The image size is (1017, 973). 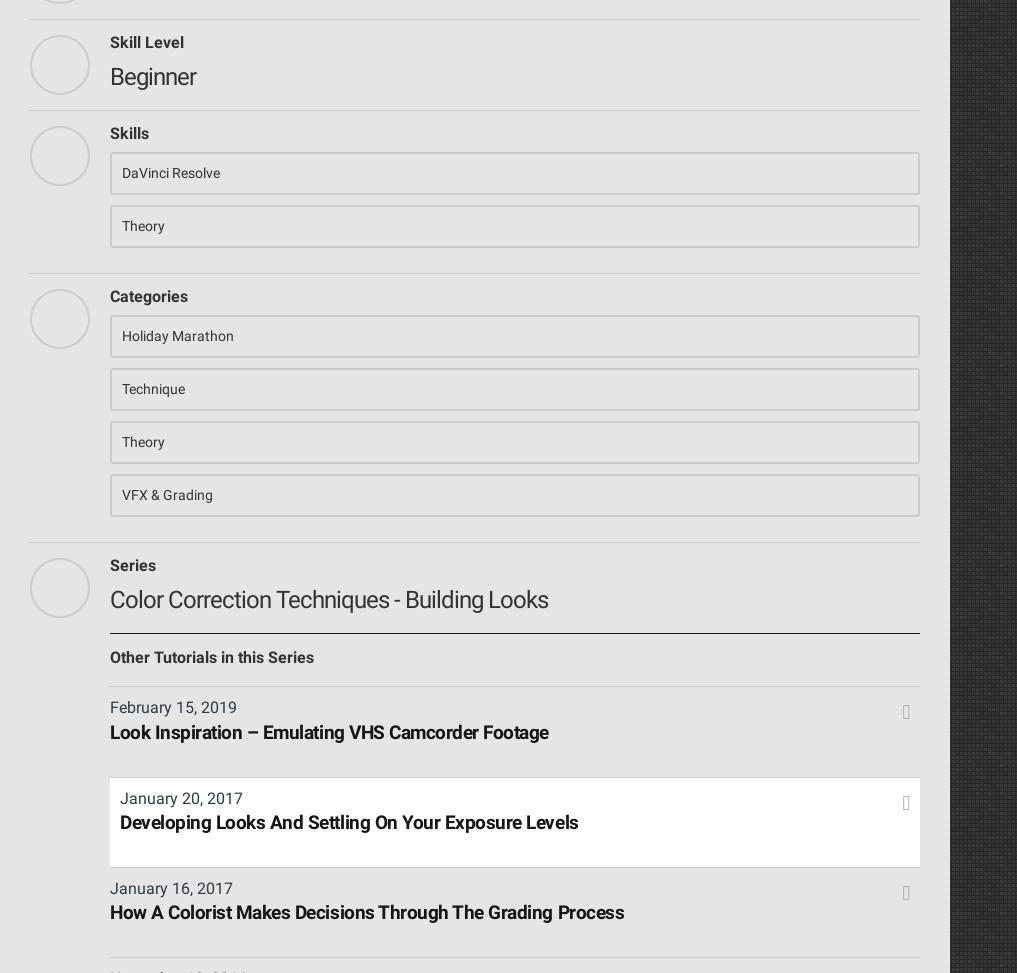 What do you see at coordinates (173, 707) in the screenshot?
I see `'February 15, 2019'` at bounding box center [173, 707].